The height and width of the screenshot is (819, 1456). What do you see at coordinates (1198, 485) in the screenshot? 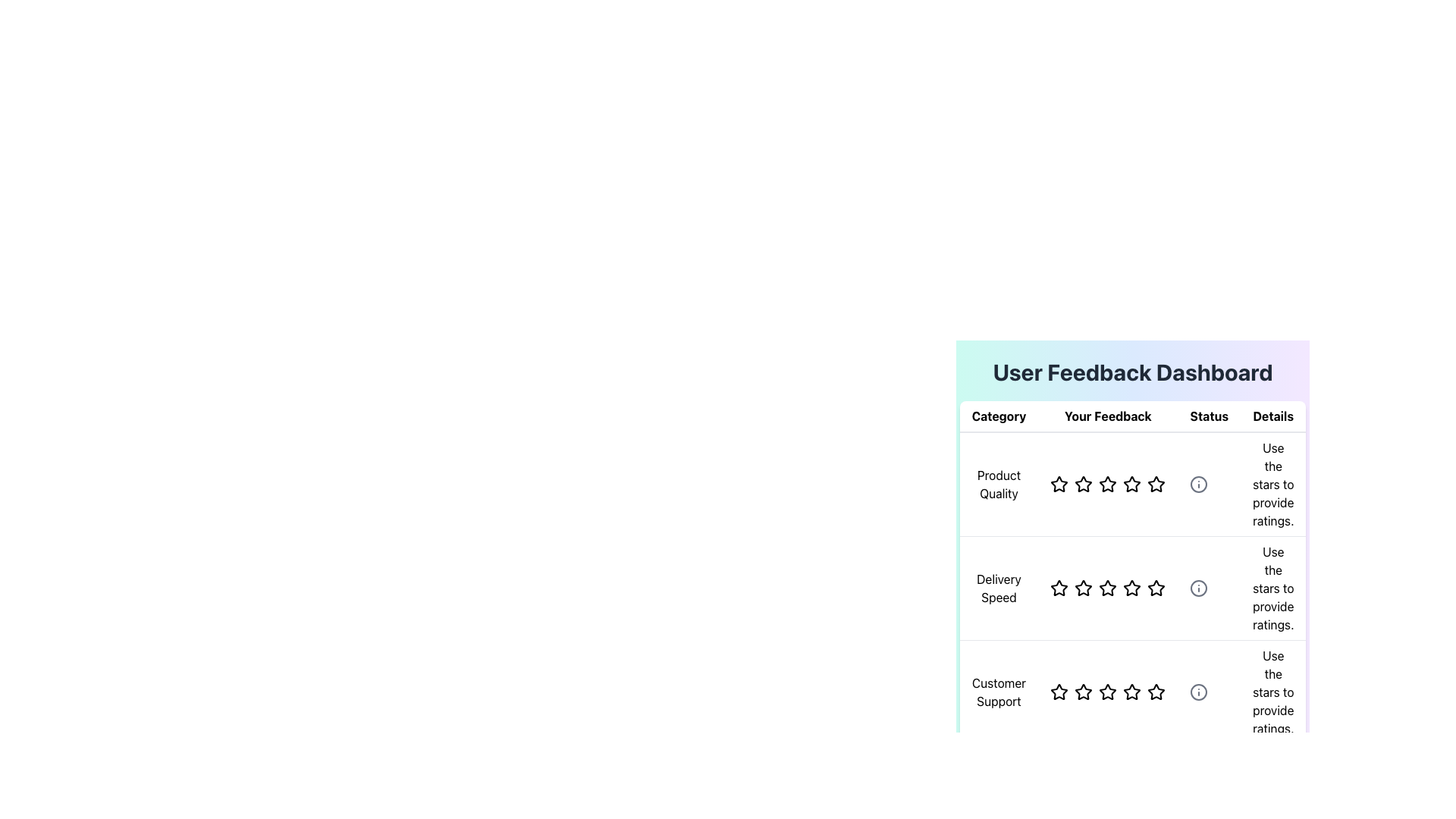
I see `the first 'info' icon under the 'Product Quality' row in the 'Status' column of the user feedback table` at bounding box center [1198, 485].